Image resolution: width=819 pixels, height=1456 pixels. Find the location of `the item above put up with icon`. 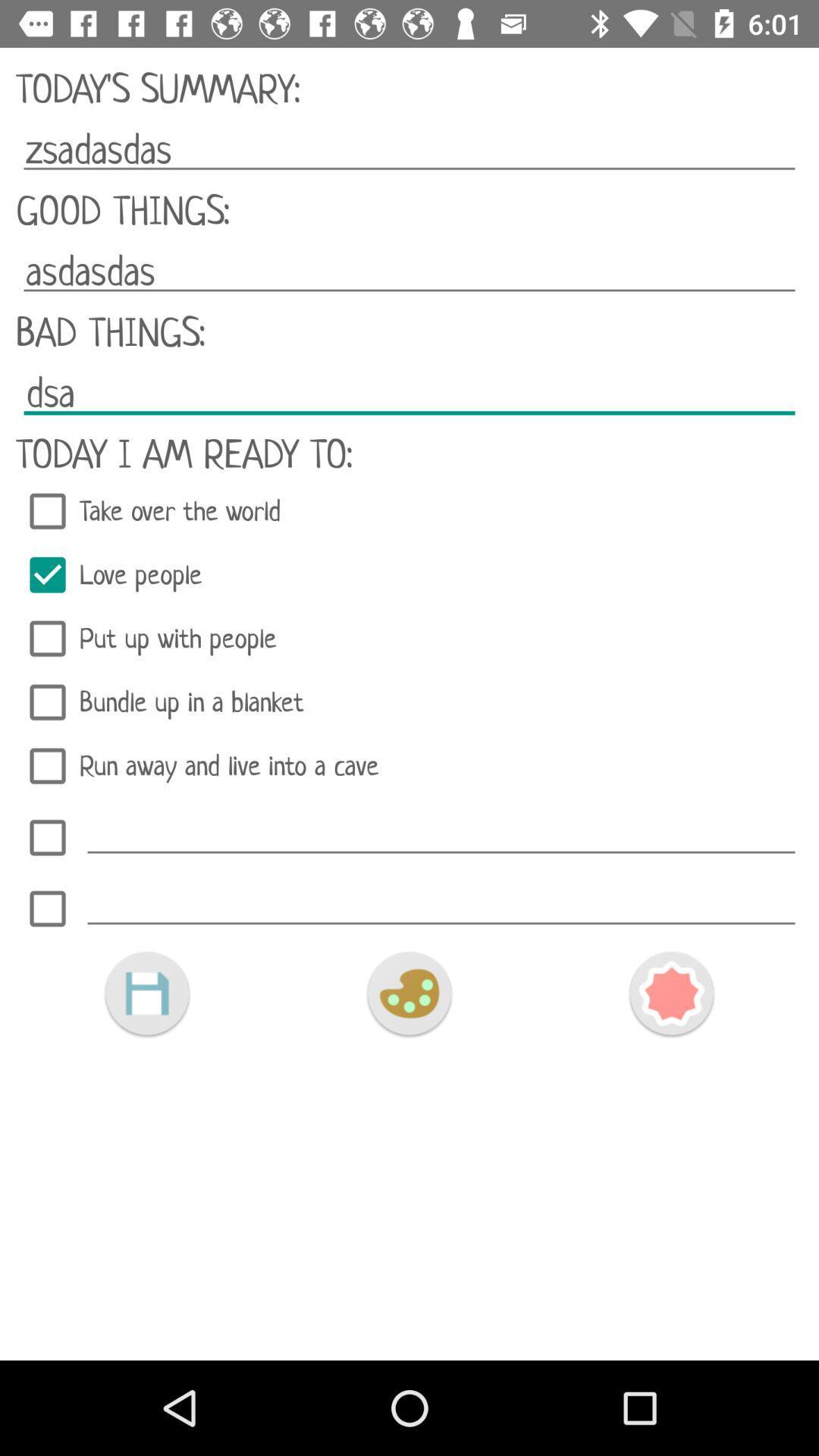

the item above put up with icon is located at coordinates (409, 574).